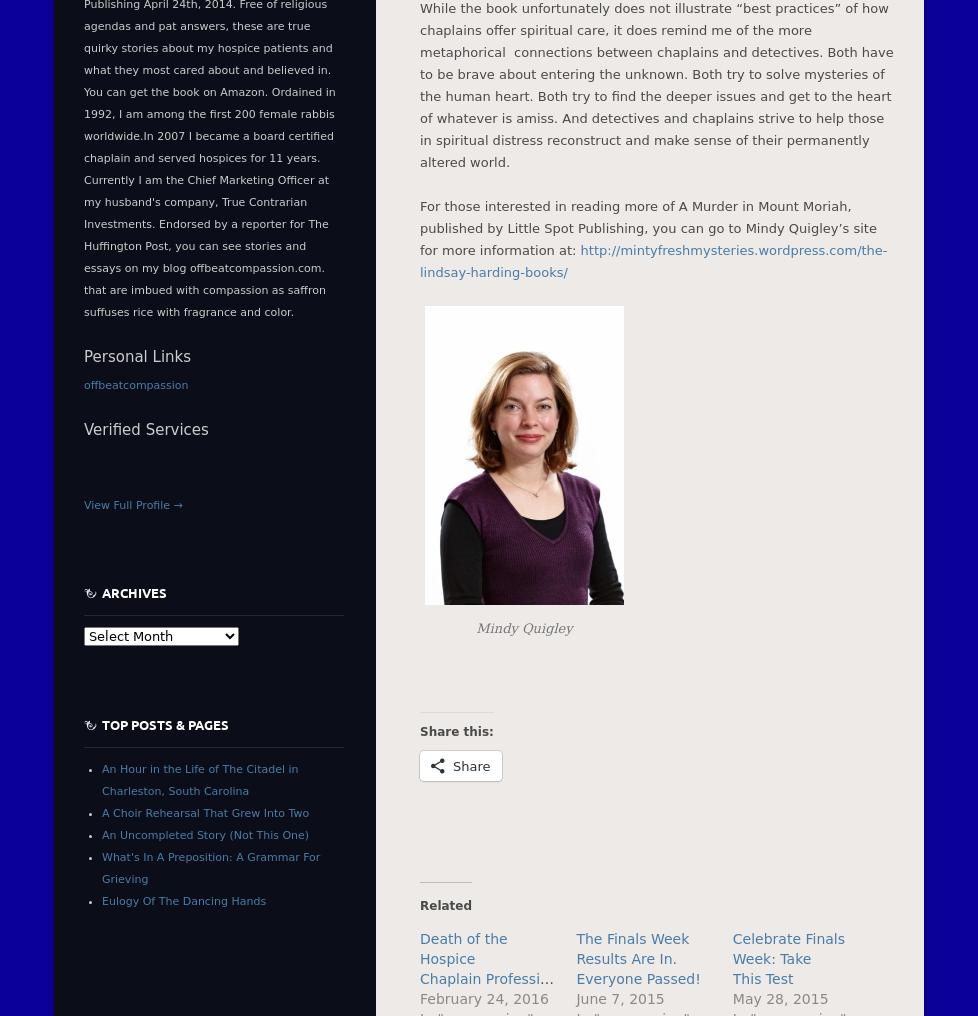  I want to click on 'An Uncompleted Story (Not This One)', so click(205, 834).